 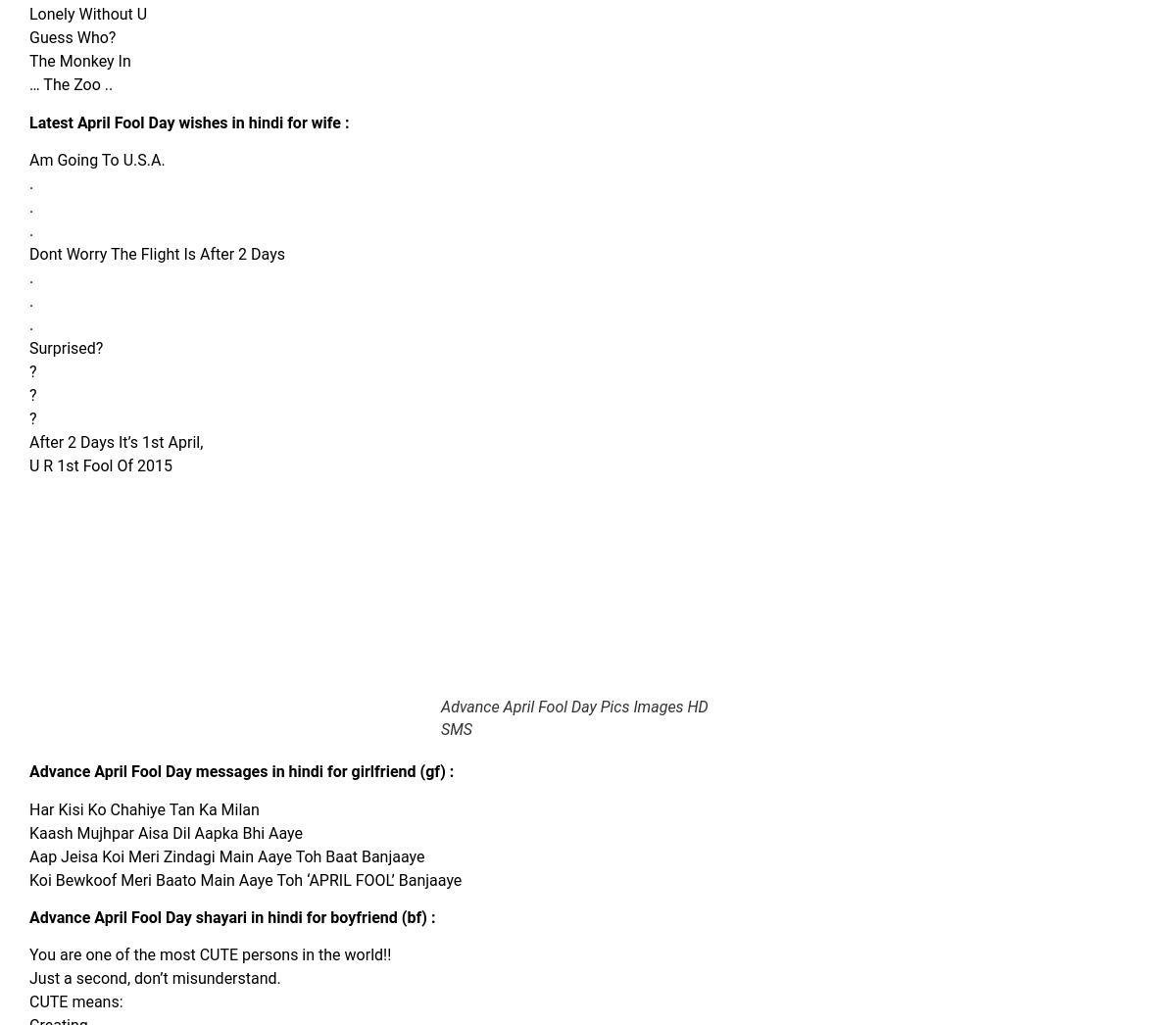 I want to click on 'Lonely Without U', so click(x=88, y=13).